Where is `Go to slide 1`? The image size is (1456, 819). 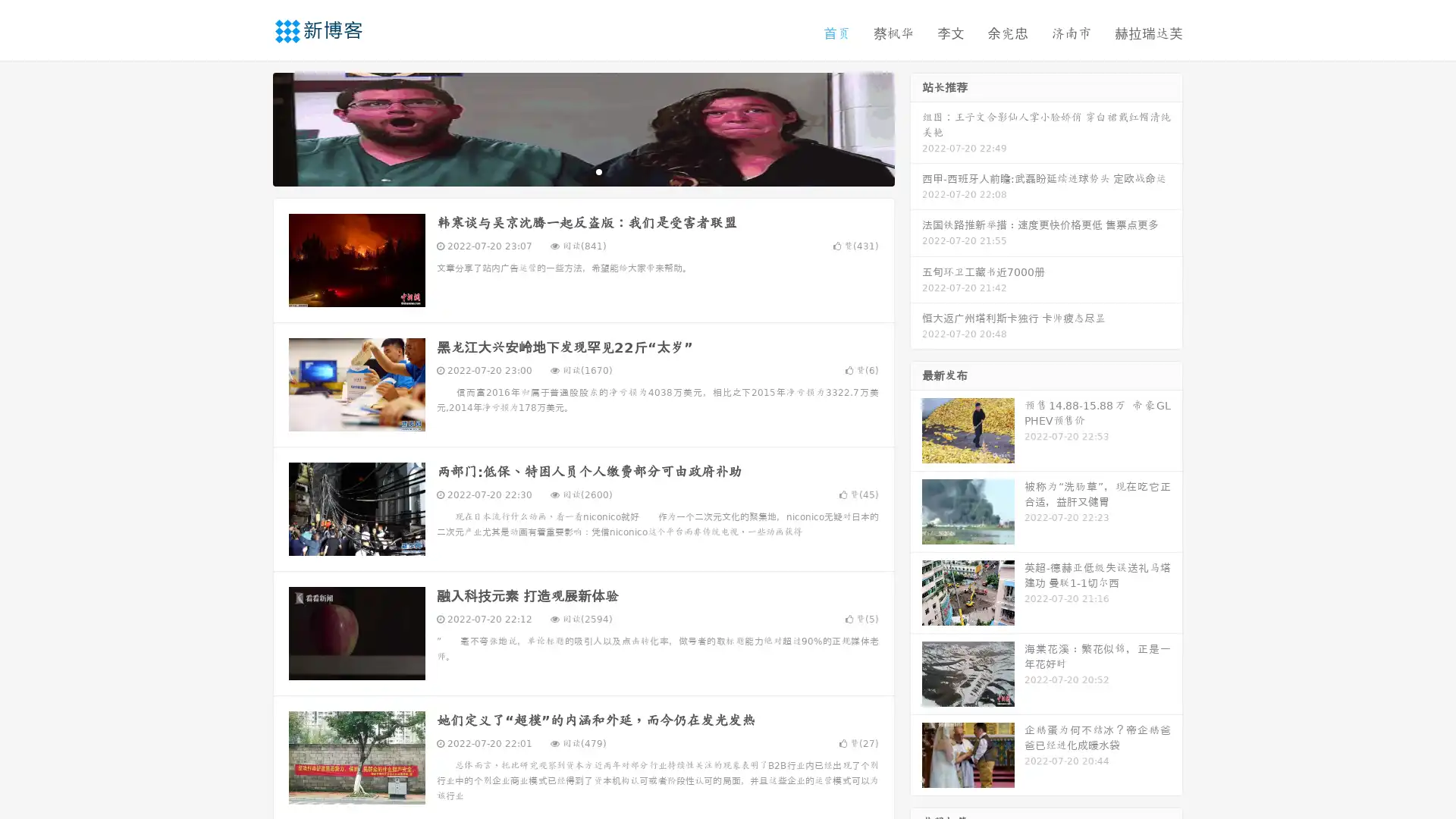 Go to slide 1 is located at coordinates (567, 171).